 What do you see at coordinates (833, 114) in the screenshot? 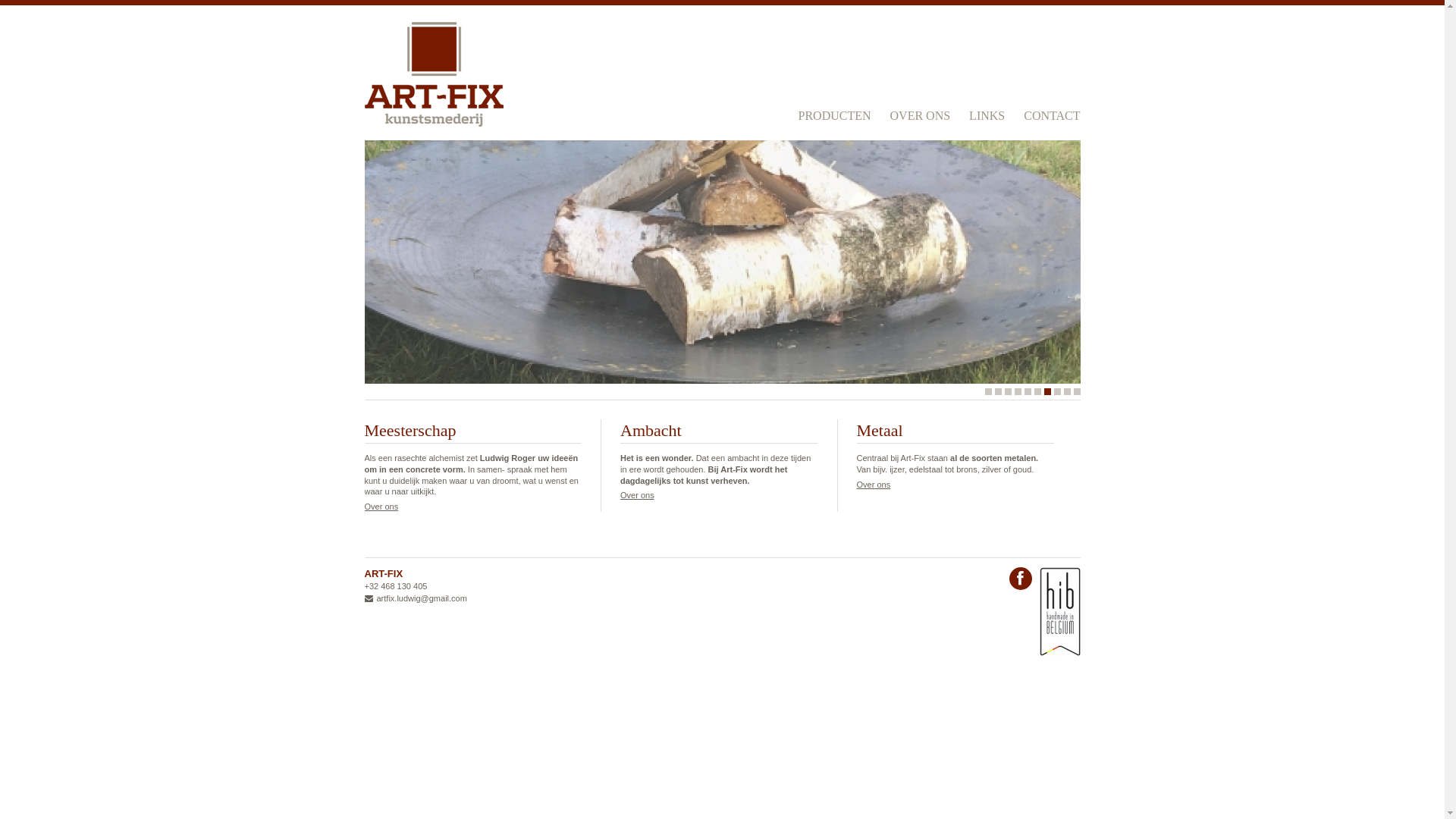
I see `'PRODUCTEN'` at bounding box center [833, 114].